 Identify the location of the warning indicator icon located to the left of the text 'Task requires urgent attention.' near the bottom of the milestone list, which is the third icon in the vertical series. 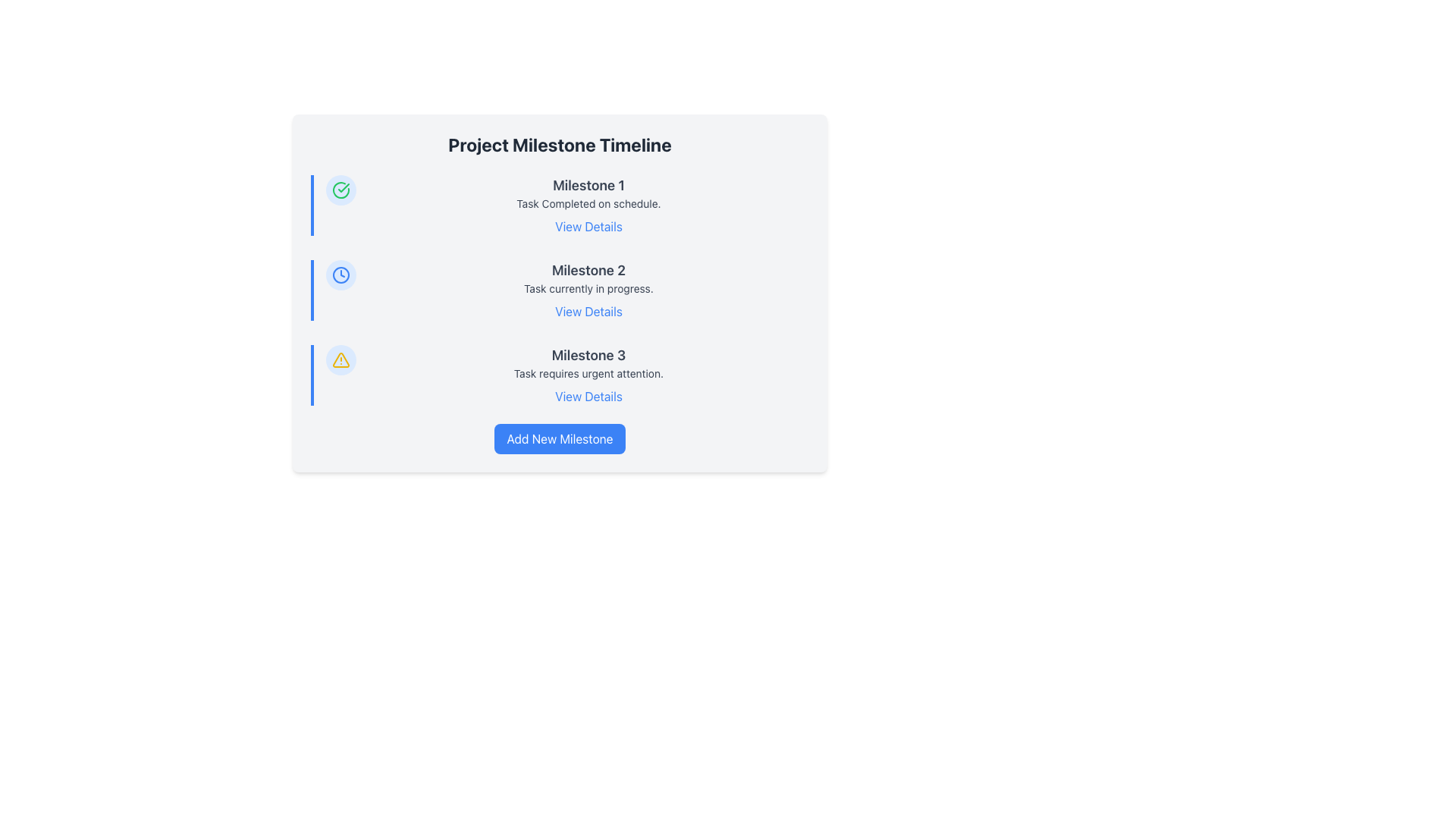
(340, 359).